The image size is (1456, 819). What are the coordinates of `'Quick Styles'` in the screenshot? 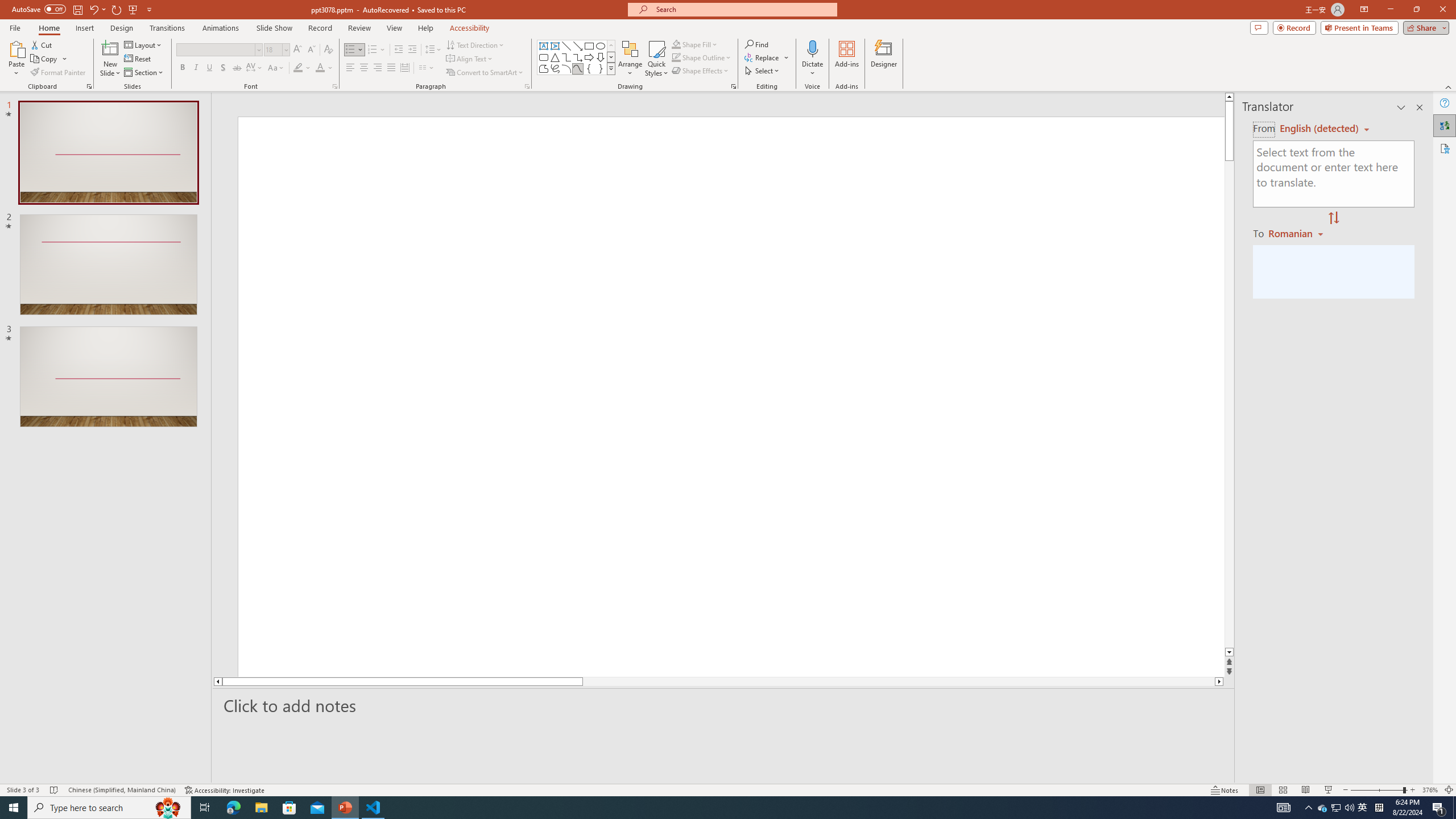 It's located at (656, 59).